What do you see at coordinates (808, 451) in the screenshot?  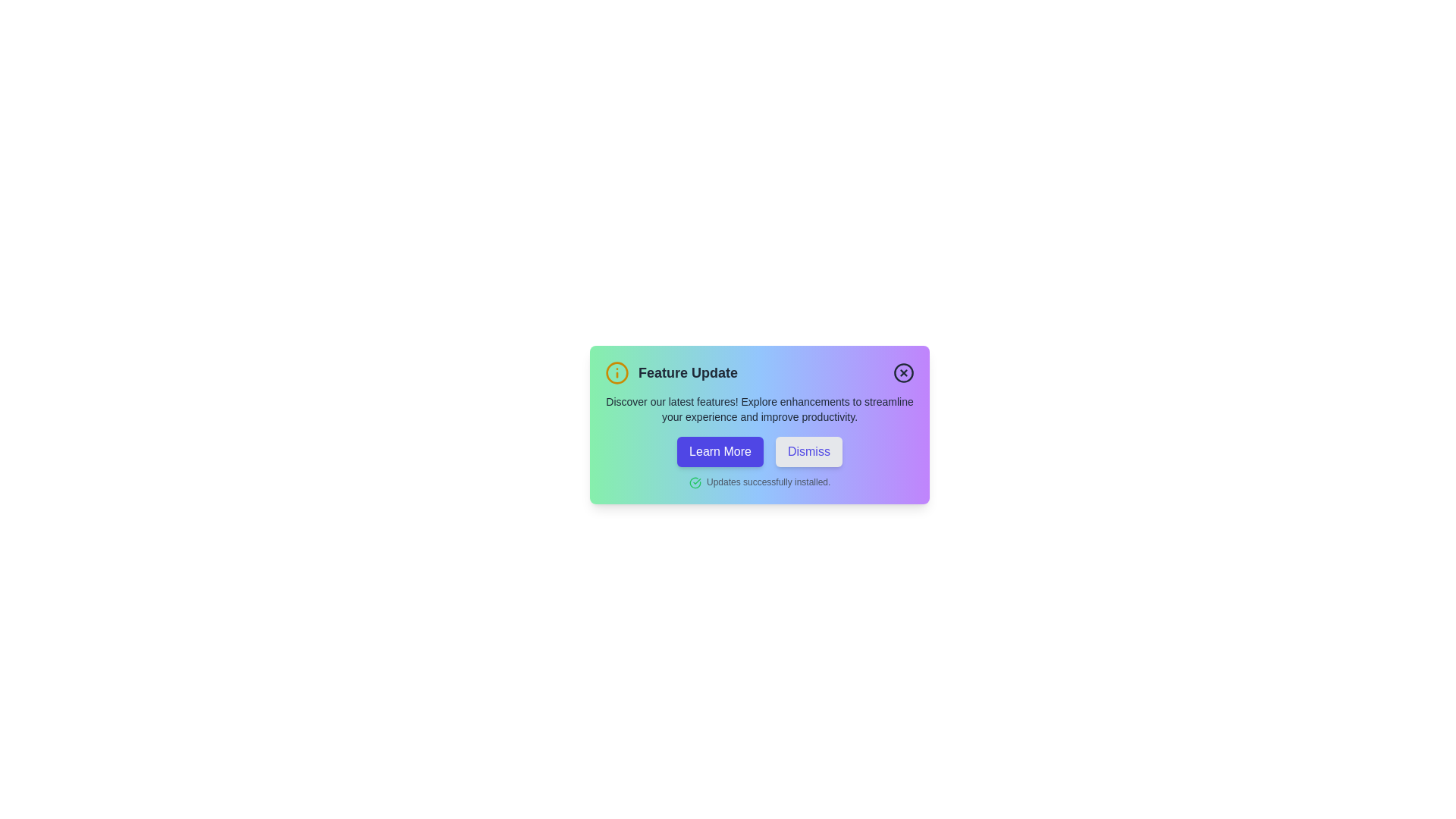 I see `the button labeled Dismiss to observe its hover effect` at bounding box center [808, 451].